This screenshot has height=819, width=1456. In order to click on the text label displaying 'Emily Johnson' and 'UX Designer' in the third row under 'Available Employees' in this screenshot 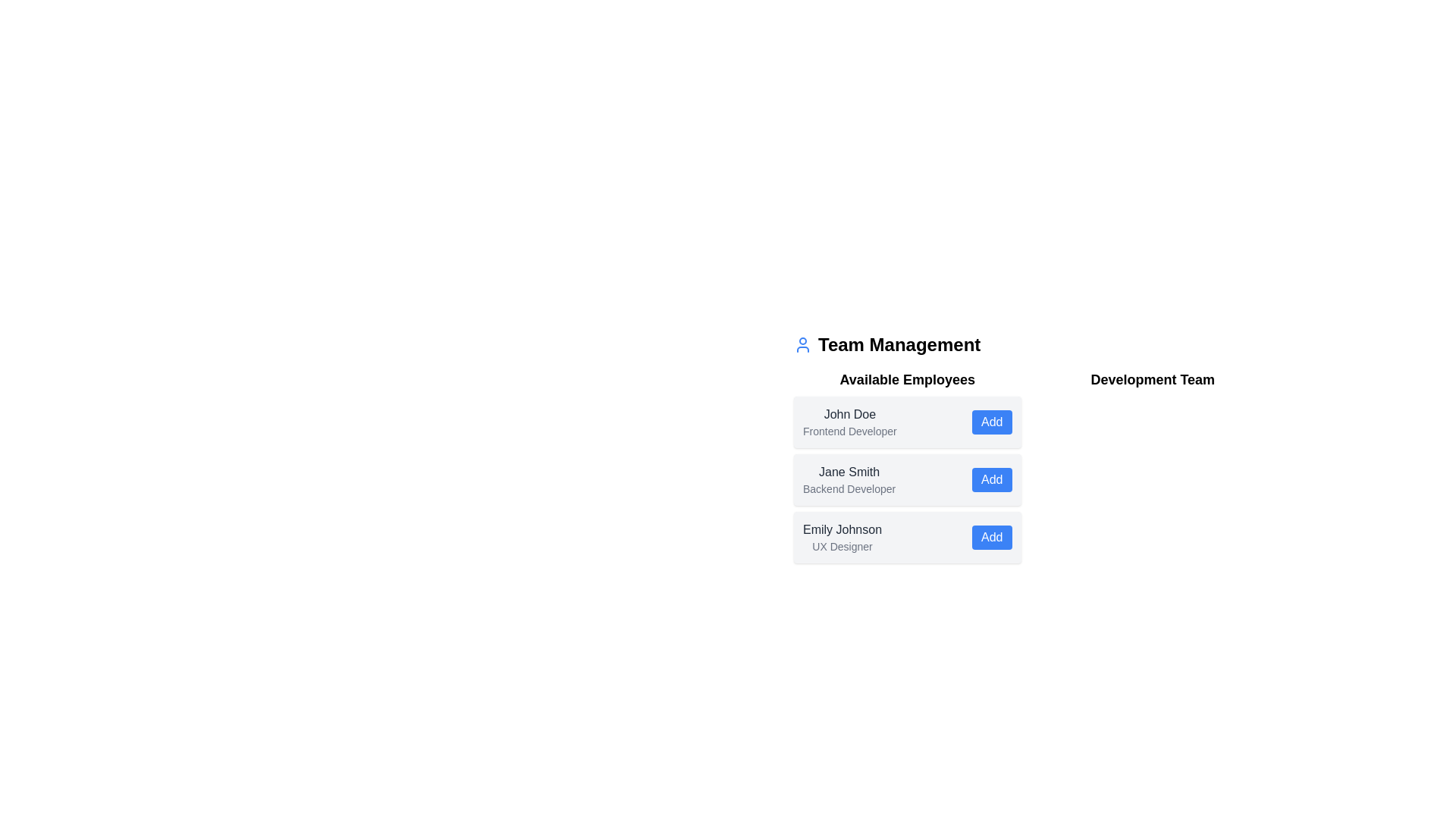, I will do `click(842, 537)`.